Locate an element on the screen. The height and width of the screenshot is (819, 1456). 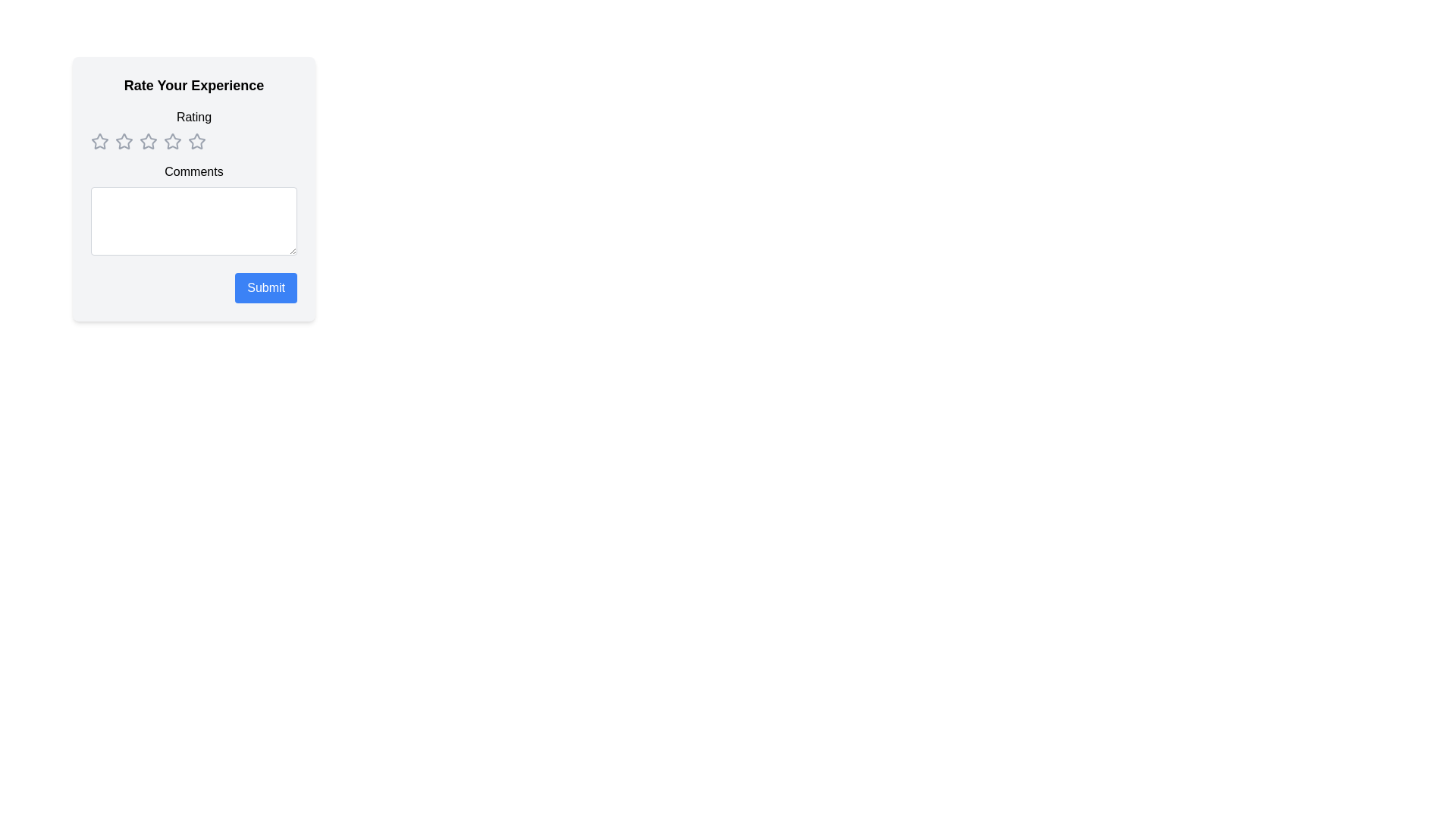
the third star icon in the rating system is located at coordinates (172, 141).